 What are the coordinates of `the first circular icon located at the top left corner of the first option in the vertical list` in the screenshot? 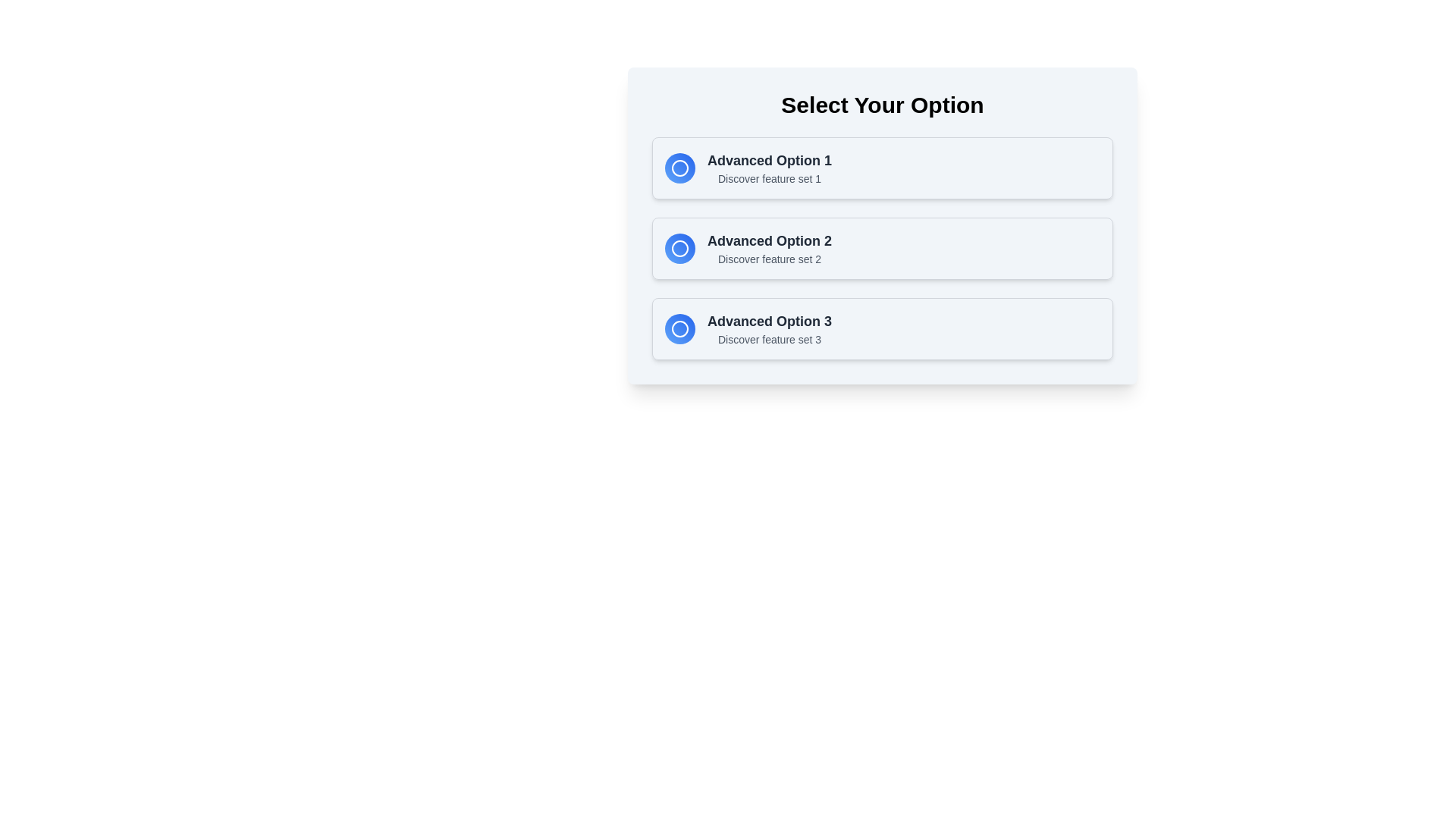 It's located at (679, 168).